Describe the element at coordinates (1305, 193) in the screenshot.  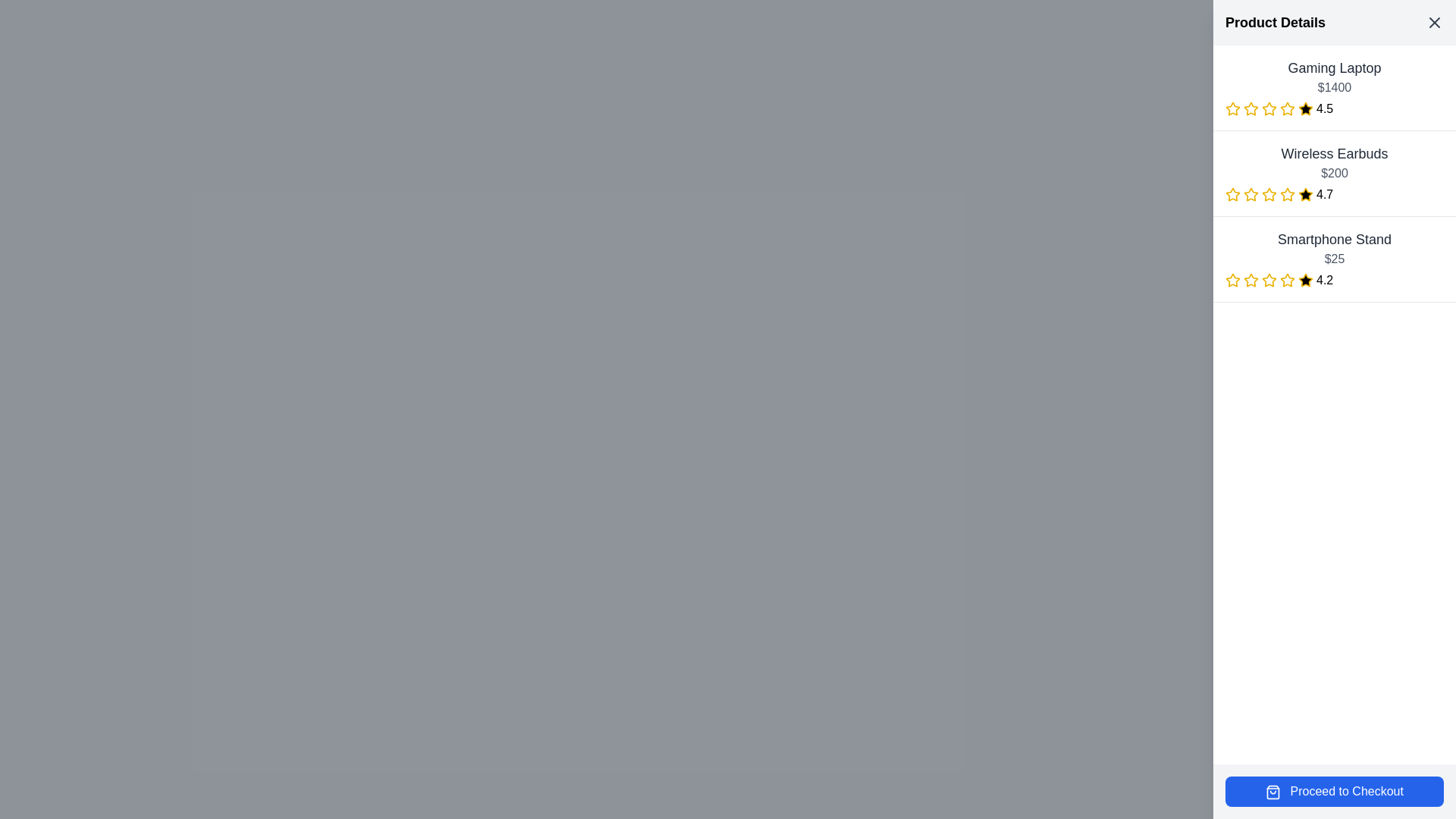
I see `the fourth star icon in the second row of the rating system` at that location.